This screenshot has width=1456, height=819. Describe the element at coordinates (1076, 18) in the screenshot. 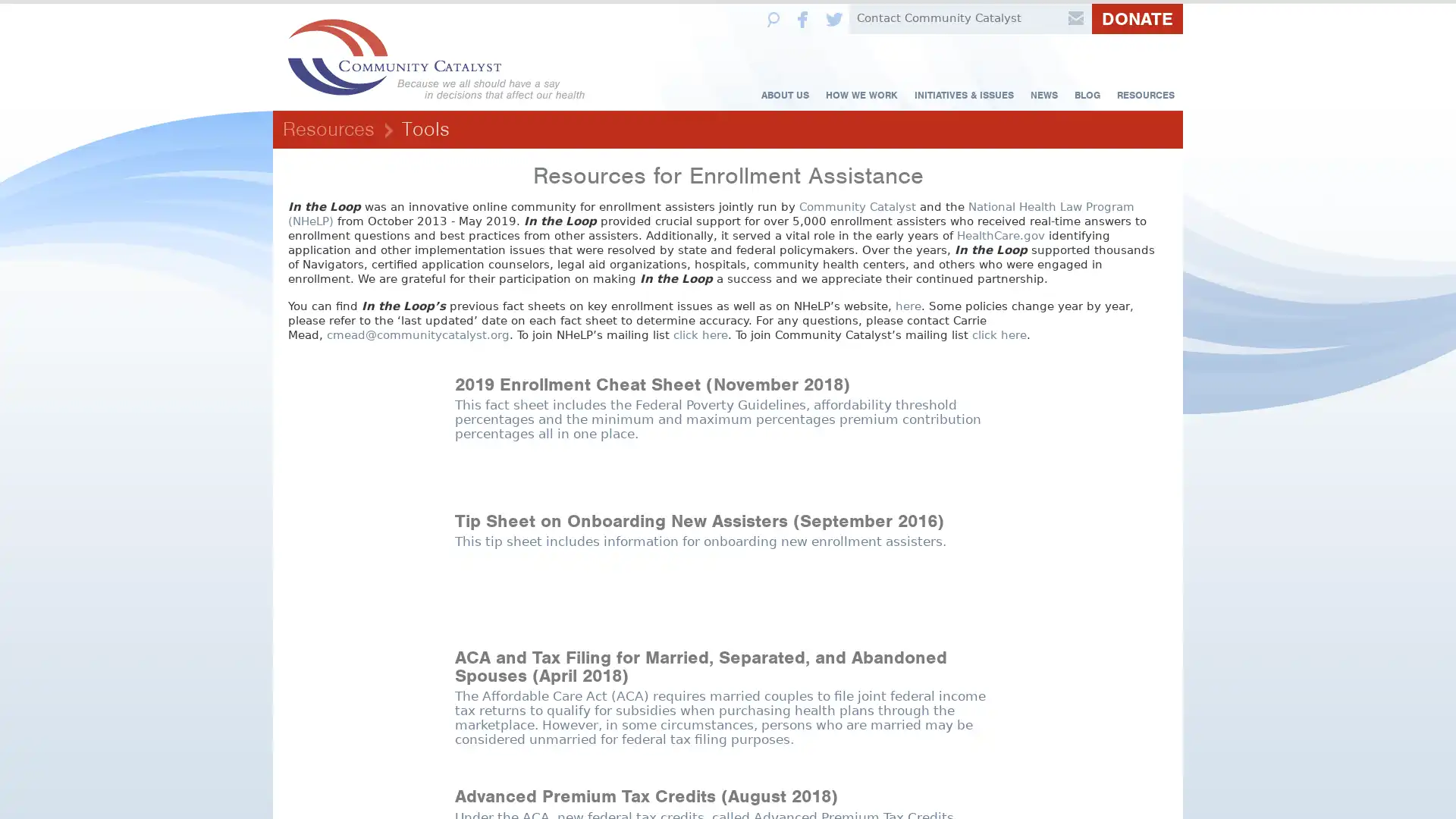

I see `Submit` at that location.